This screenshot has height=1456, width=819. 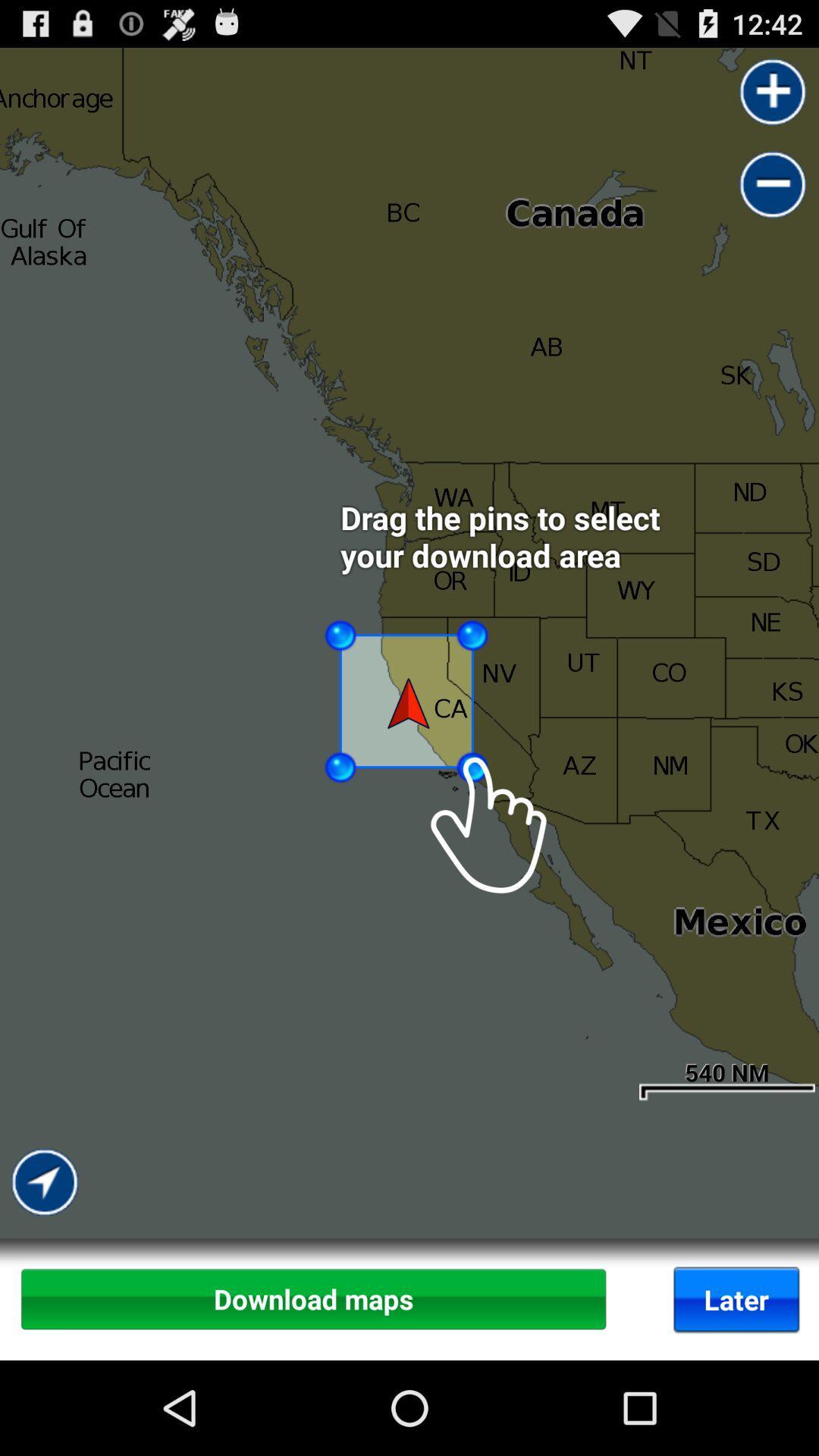 I want to click on the navigation icon, so click(x=45, y=1291).